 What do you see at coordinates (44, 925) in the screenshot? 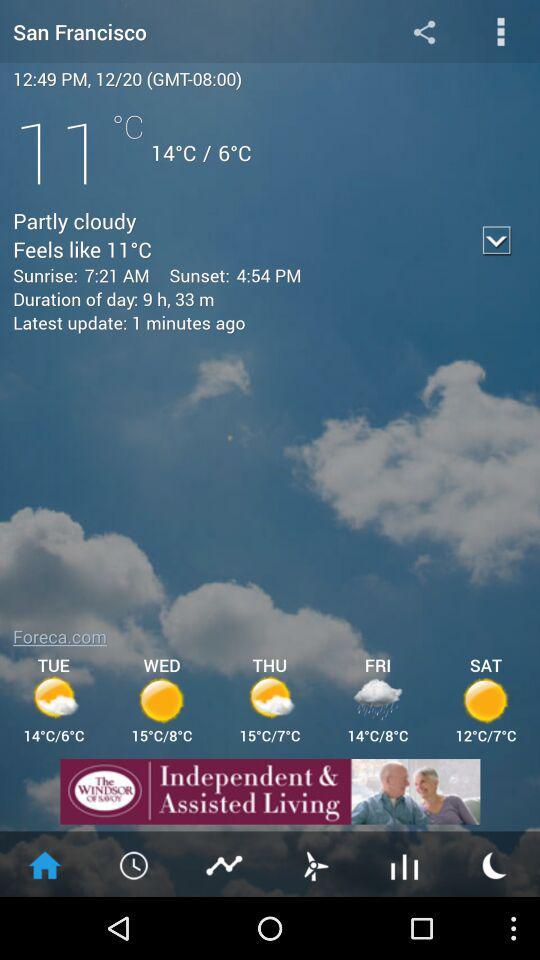
I see `the home icon` at bounding box center [44, 925].